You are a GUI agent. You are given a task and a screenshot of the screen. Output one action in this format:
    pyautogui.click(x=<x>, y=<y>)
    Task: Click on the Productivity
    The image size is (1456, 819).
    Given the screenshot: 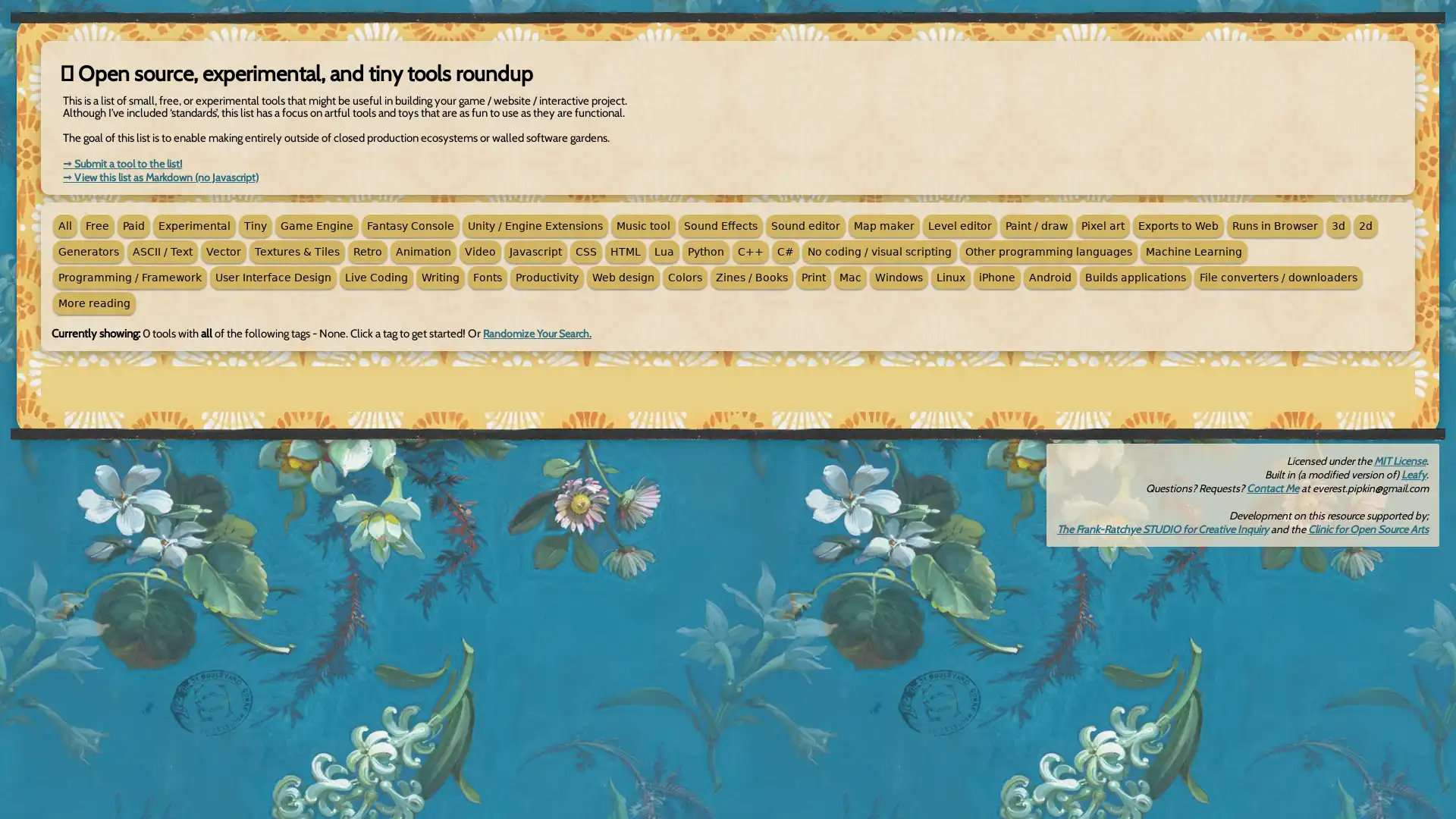 What is the action you would take?
    pyautogui.click(x=546, y=278)
    